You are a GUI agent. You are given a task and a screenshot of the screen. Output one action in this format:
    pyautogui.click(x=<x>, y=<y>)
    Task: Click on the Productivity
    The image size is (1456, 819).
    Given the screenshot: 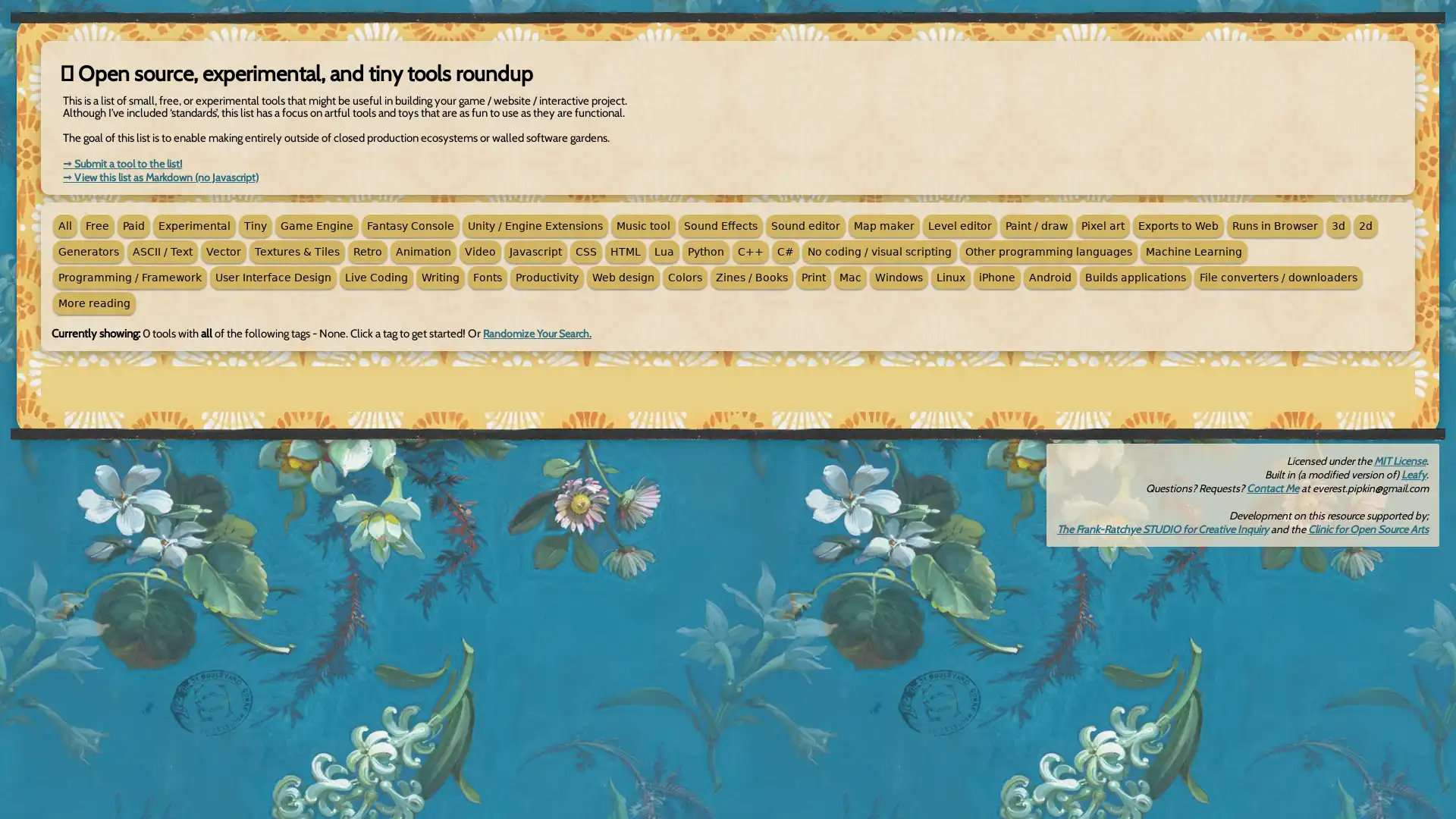 What is the action you would take?
    pyautogui.click(x=546, y=278)
    